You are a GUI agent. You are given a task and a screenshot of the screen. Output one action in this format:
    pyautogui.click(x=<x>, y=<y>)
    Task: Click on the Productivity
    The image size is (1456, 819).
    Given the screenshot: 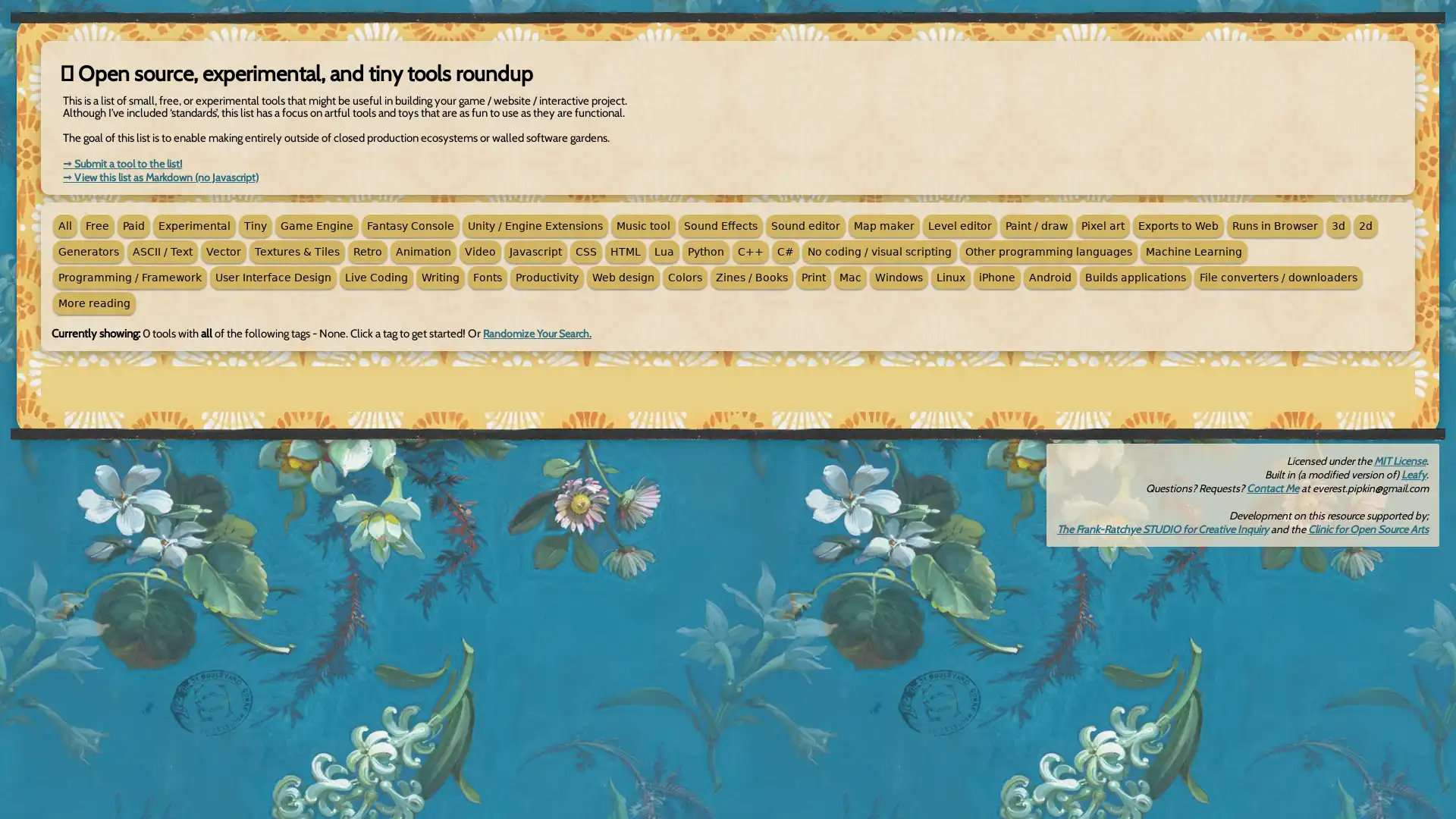 What is the action you would take?
    pyautogui.click(x=546, y=278)
    